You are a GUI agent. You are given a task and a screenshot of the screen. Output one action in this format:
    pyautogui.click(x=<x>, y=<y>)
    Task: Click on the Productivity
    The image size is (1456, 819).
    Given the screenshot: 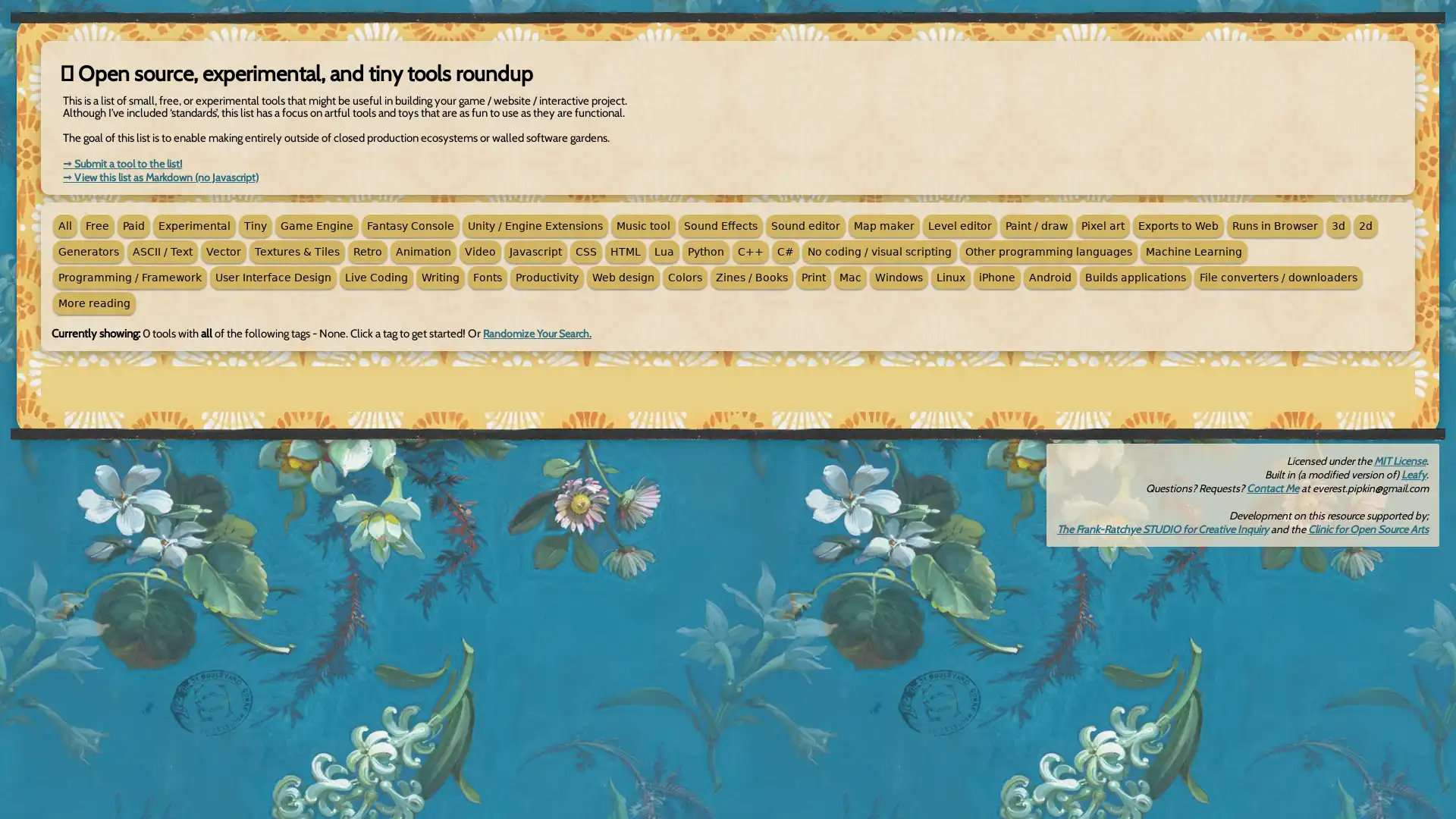 What is the action you would take?
    pyautogui.click(x=546, y=278)
    